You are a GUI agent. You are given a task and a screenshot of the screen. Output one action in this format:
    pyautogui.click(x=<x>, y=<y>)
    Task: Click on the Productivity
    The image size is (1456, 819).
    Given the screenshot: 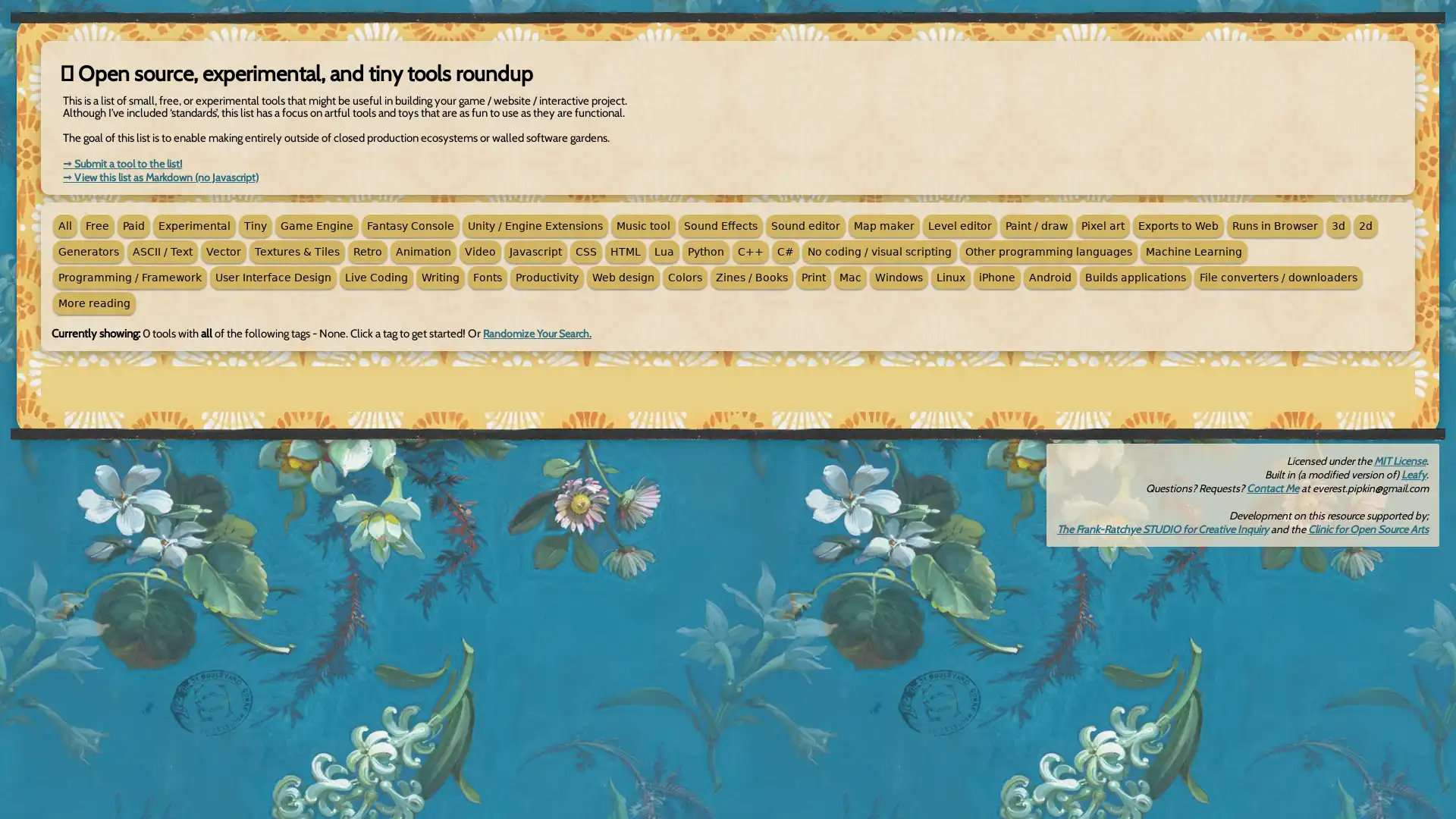 What is the action you would take?
    pyautogui.click(x=546, y=278)
    